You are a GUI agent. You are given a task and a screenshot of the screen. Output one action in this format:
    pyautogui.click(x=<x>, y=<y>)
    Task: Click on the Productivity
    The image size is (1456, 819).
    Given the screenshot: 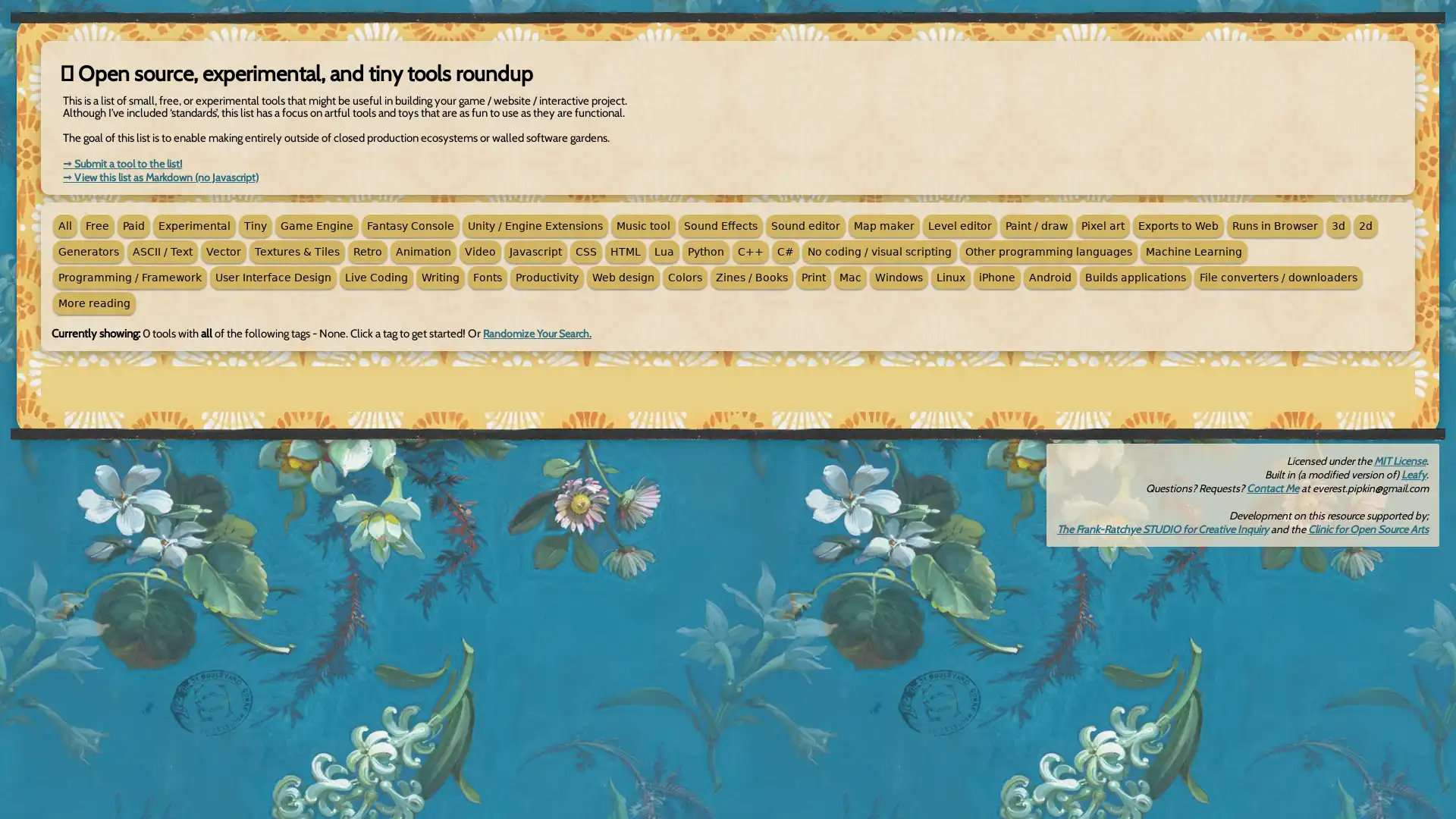 What is the action you would take?
    pyautogui.click(x=546, y=278)
    